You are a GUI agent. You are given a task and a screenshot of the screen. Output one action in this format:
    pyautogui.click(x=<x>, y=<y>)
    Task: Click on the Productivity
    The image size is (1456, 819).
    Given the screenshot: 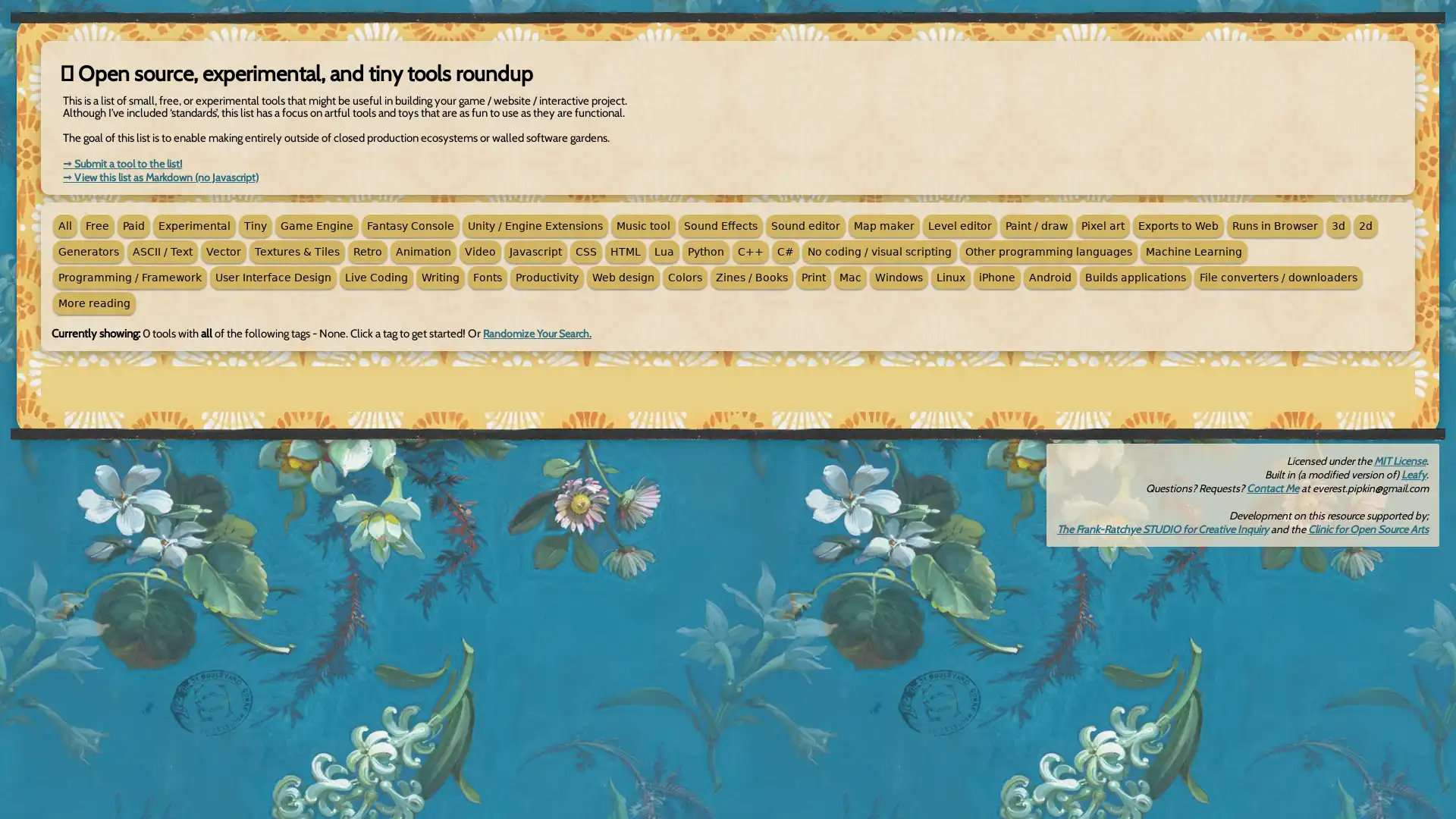 What is the action you would take?
    pyautogui.click(x=546, y=278)
    